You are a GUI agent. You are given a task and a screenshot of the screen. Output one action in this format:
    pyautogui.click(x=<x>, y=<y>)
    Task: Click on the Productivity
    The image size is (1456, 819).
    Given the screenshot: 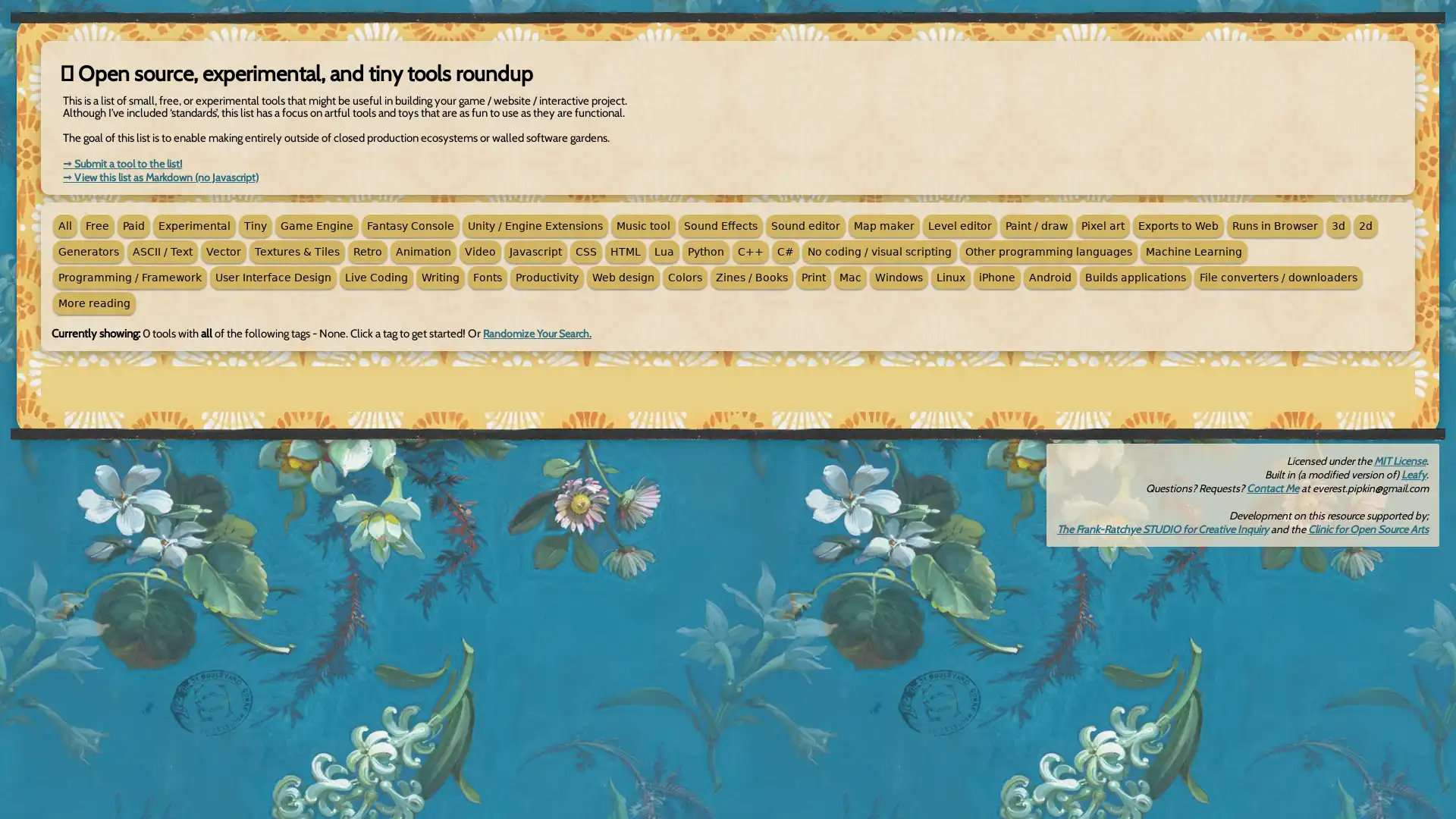 What is the action you would take?
    pyautogui.click(x=546, y=278)
    